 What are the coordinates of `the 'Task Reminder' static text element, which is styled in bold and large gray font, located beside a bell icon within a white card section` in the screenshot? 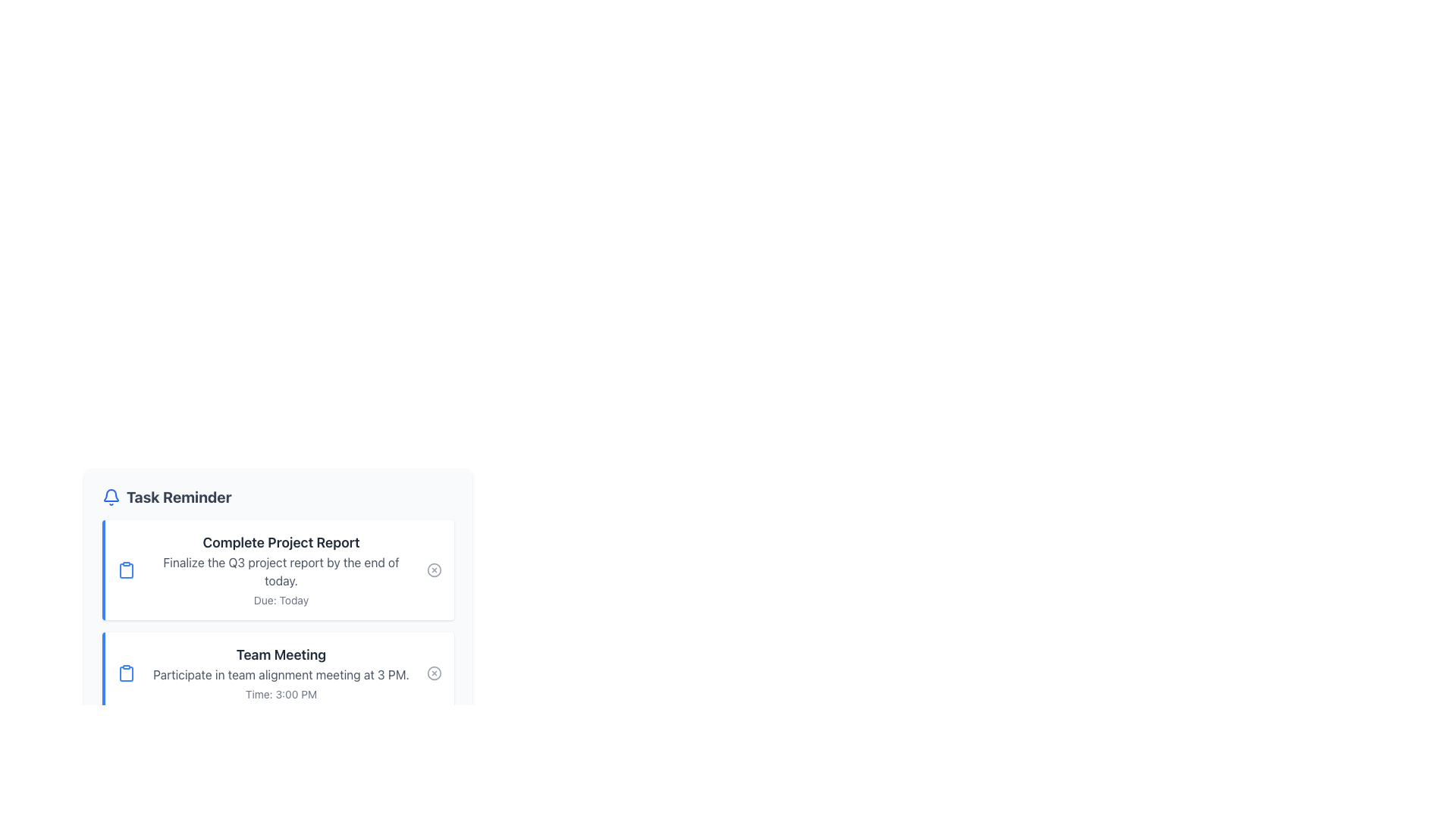 It's located at (179, 497).